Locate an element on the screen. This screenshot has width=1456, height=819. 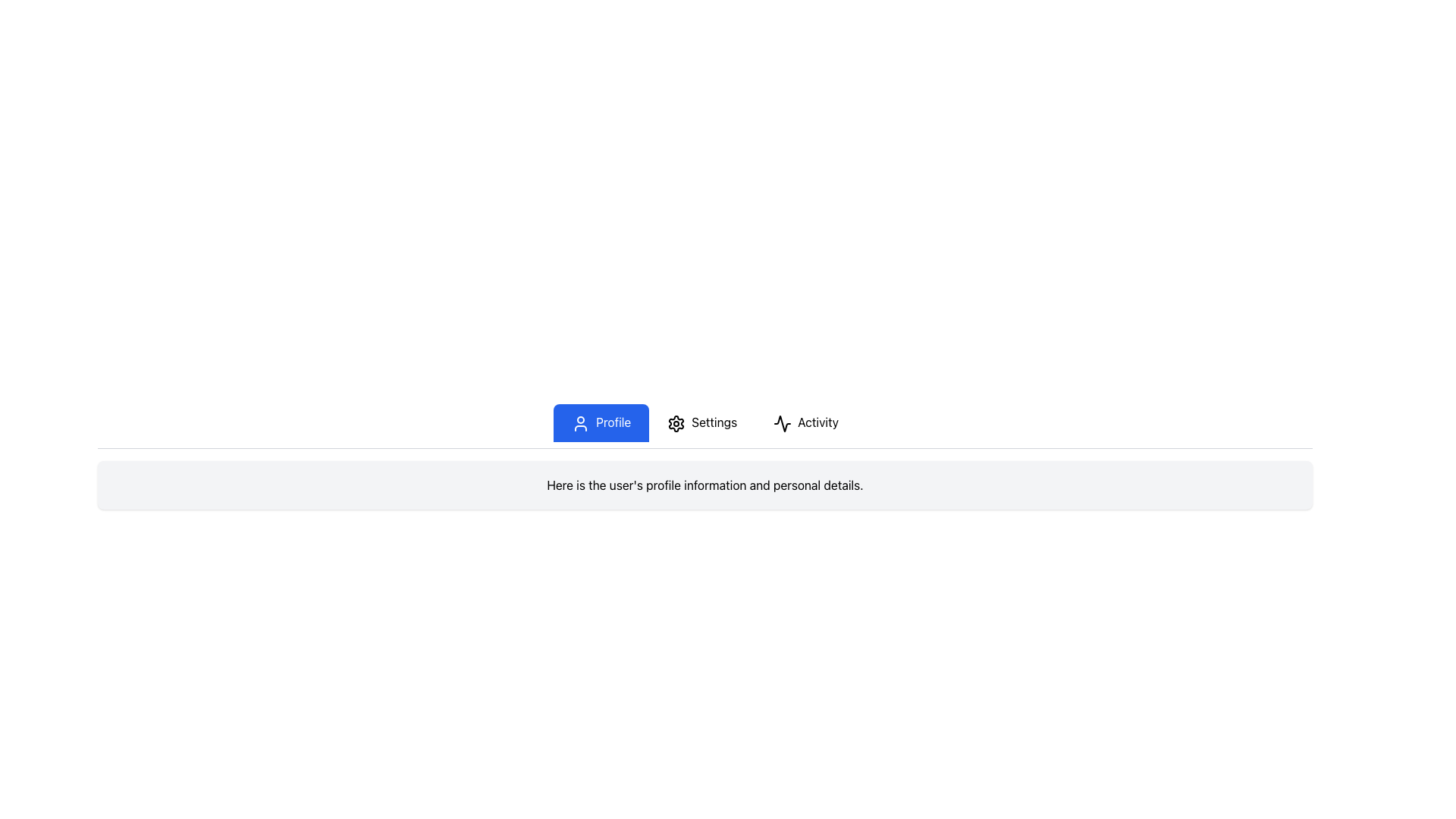
the activity analytics icon located between the 'Settings' icon and the 'Activity' label in the horizontal navigation bar is located at coordinates (783, 423).